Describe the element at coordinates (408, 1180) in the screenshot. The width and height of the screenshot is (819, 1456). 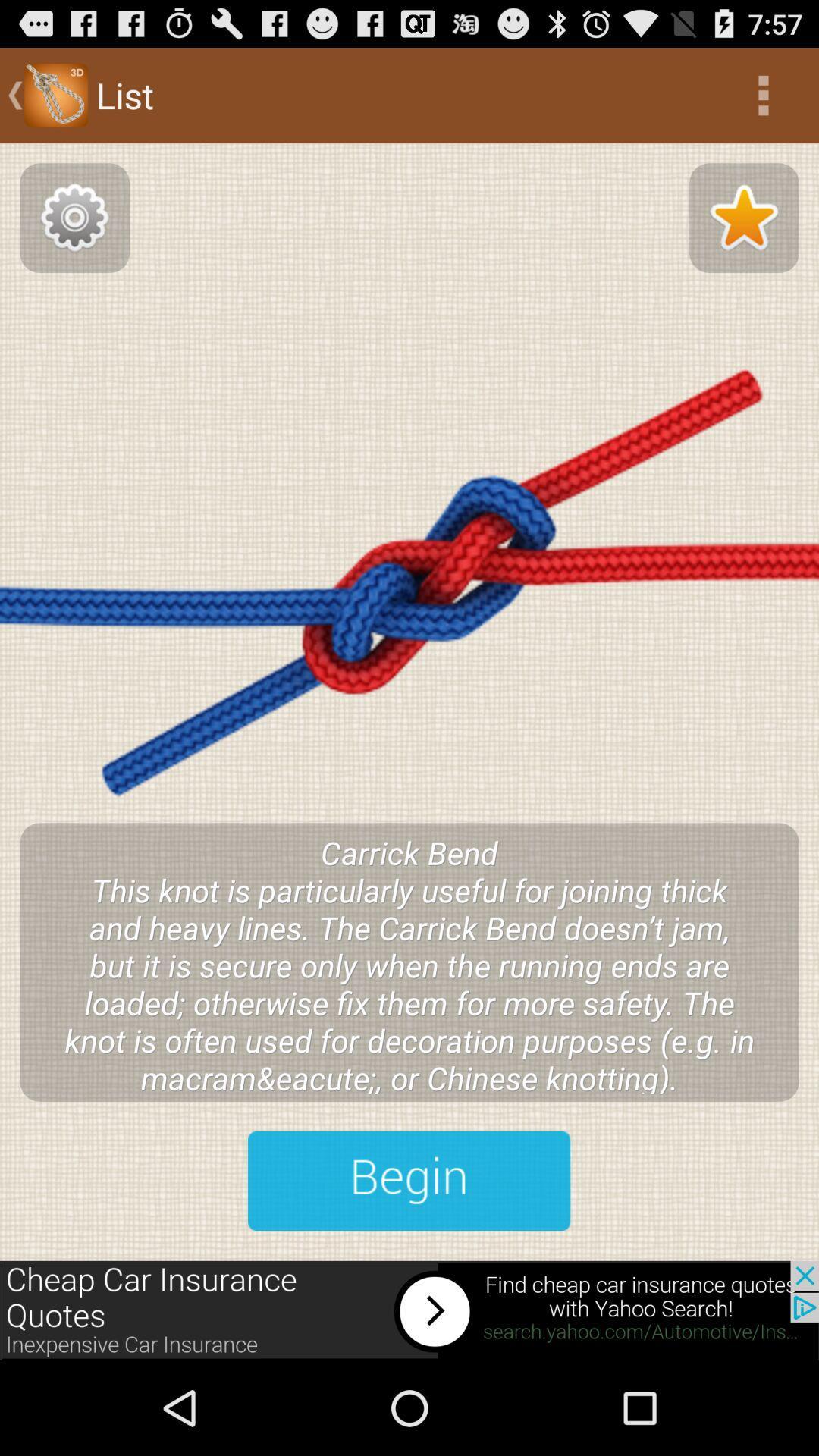
I see `next` at that location.